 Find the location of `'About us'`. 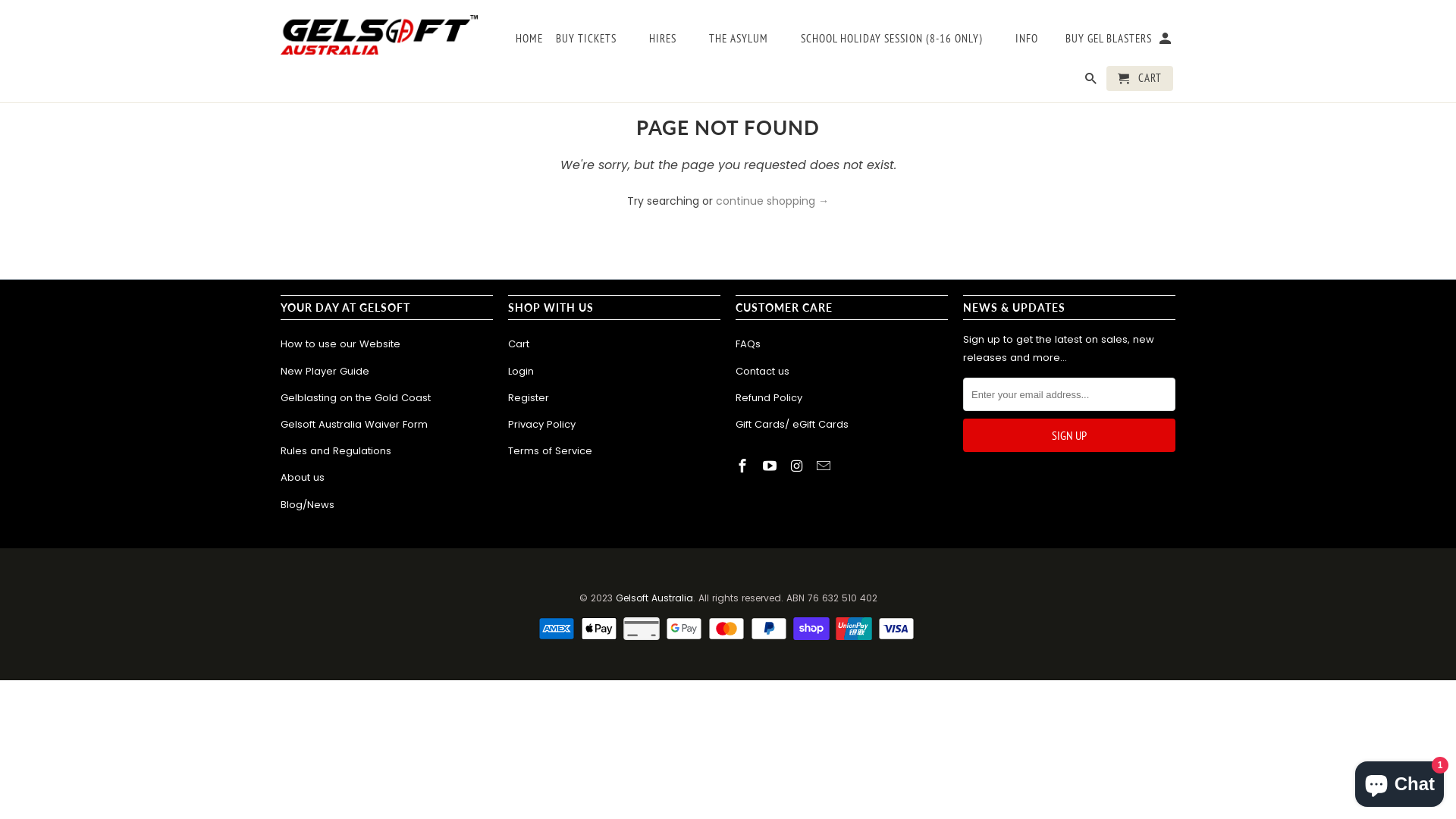

'About us' is located at coordinates (302, 476).